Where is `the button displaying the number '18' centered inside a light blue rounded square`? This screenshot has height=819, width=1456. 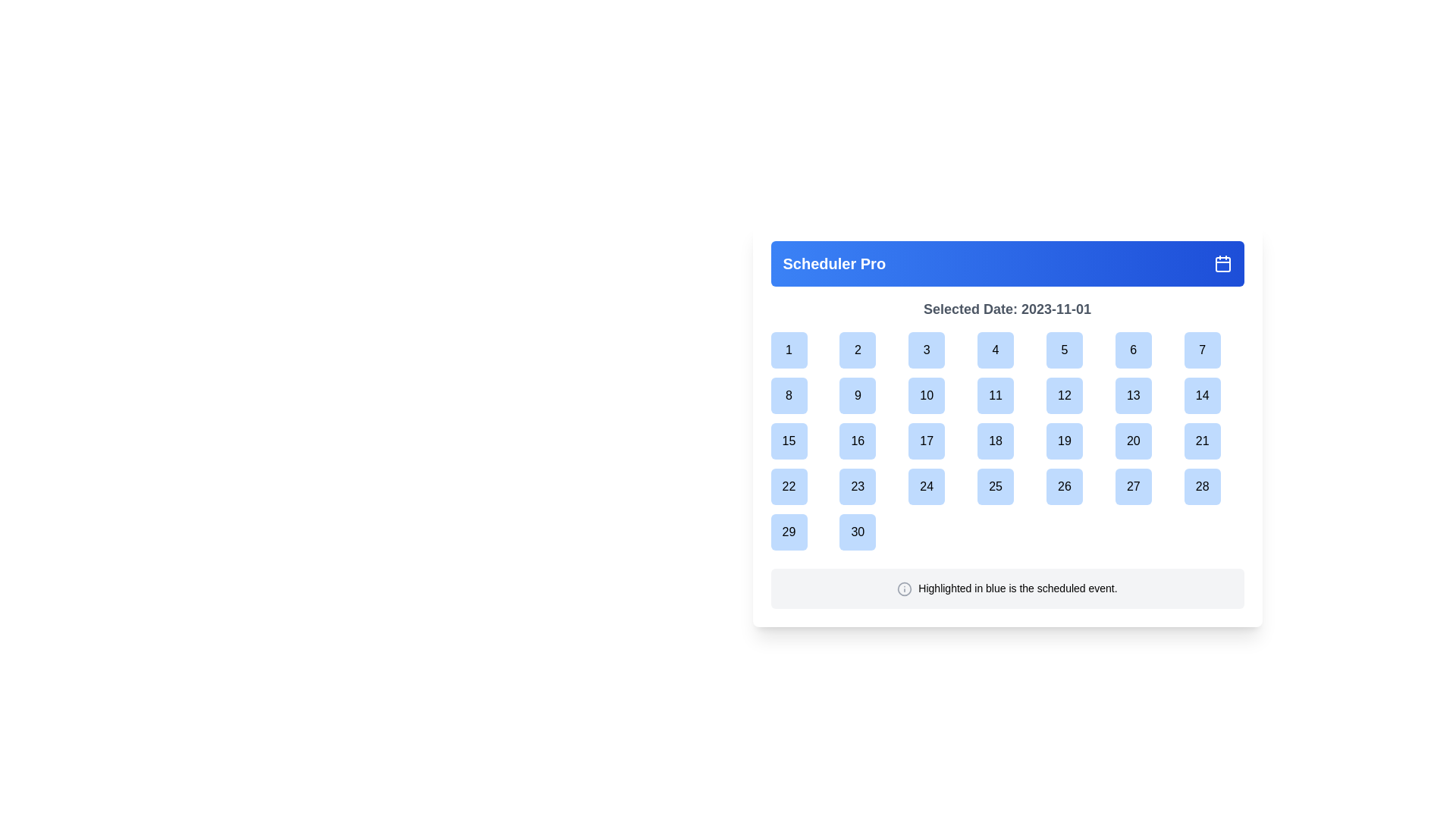 the button displaying the number '18' centered inside a light blue rounded square is located at coordinates (1007, 441).